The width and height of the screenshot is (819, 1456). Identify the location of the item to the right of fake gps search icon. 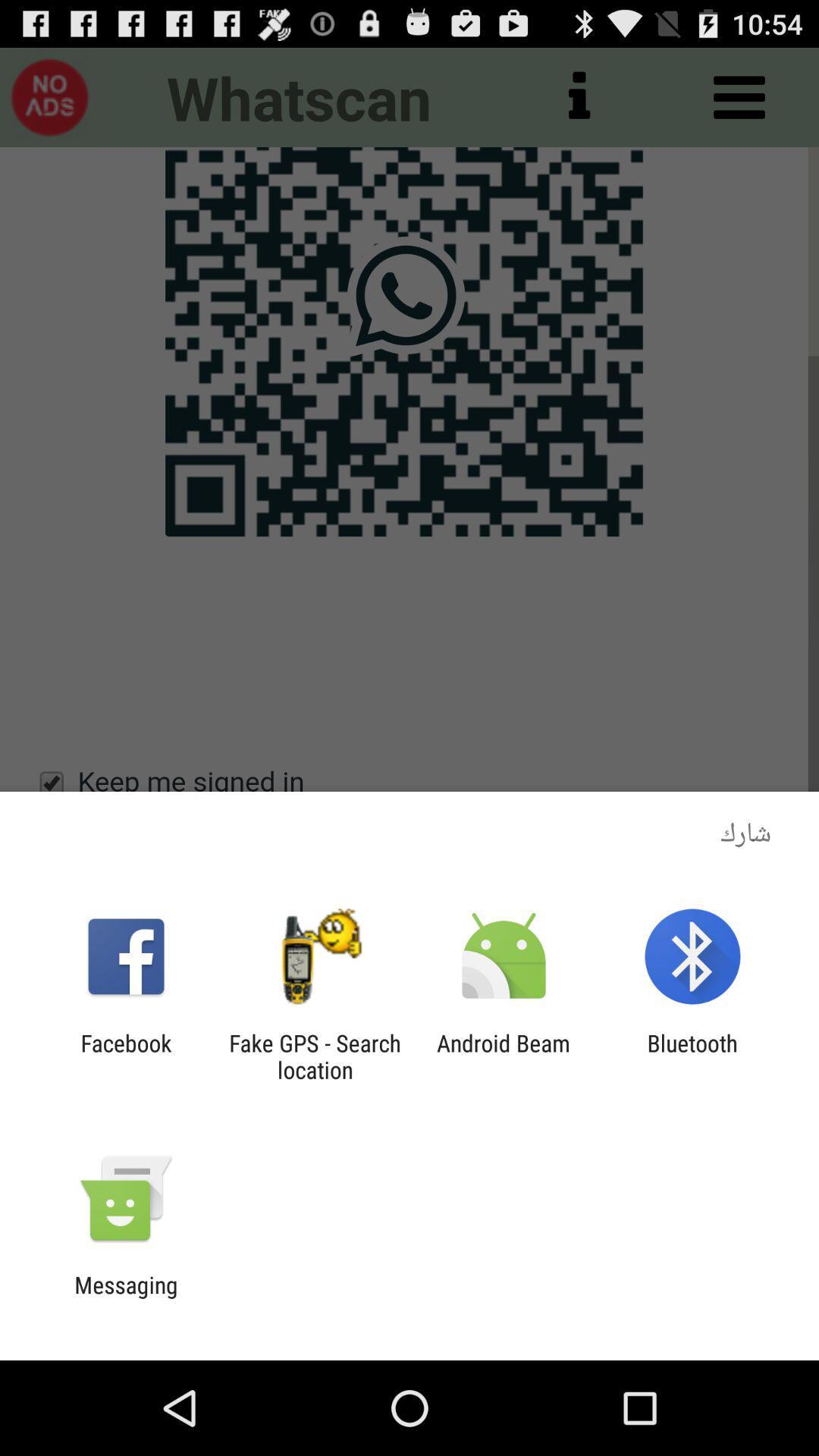
(504, 1056).